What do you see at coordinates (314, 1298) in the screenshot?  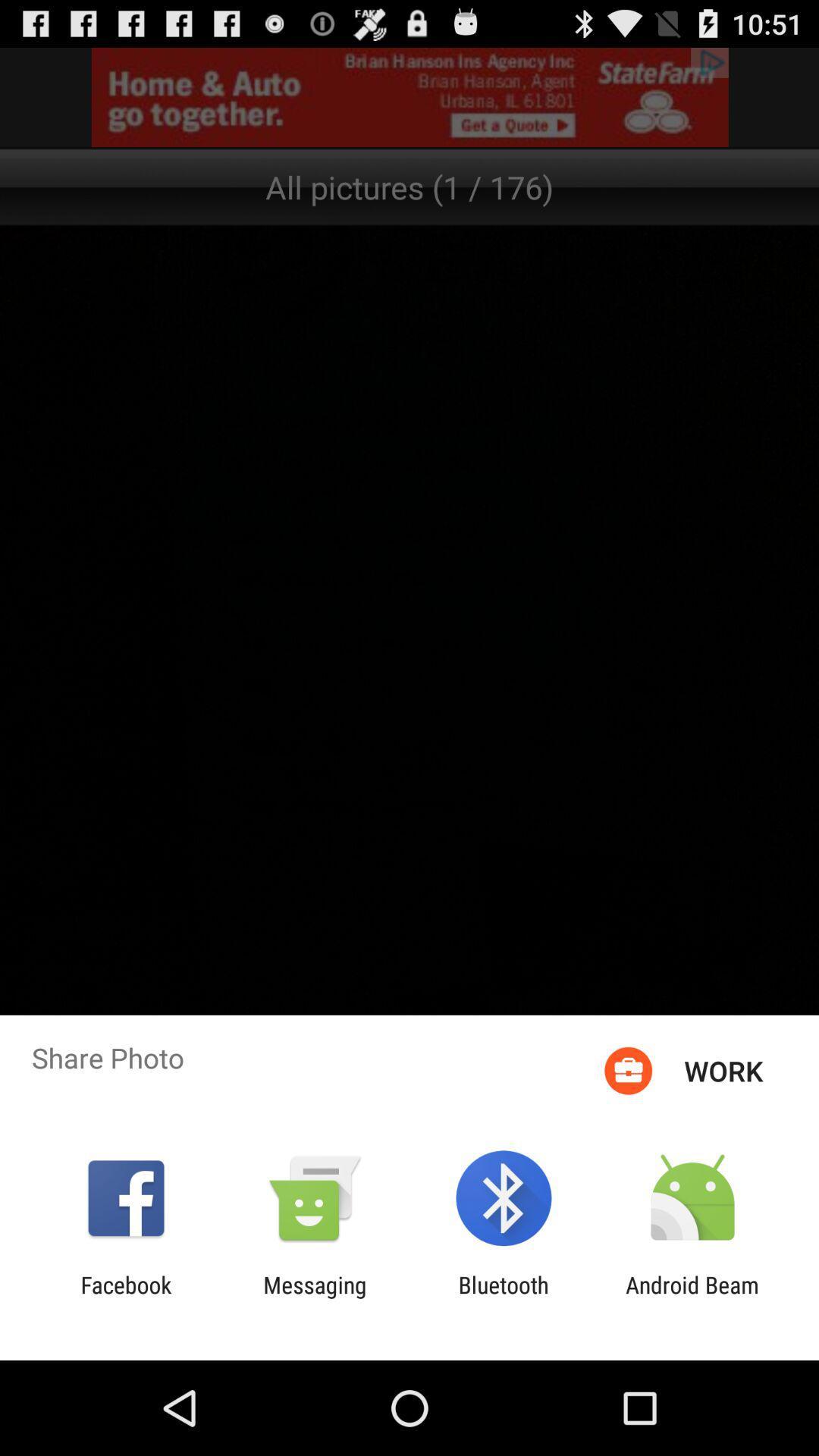 I see `the messaging app` at bounding box center [314, 1298].